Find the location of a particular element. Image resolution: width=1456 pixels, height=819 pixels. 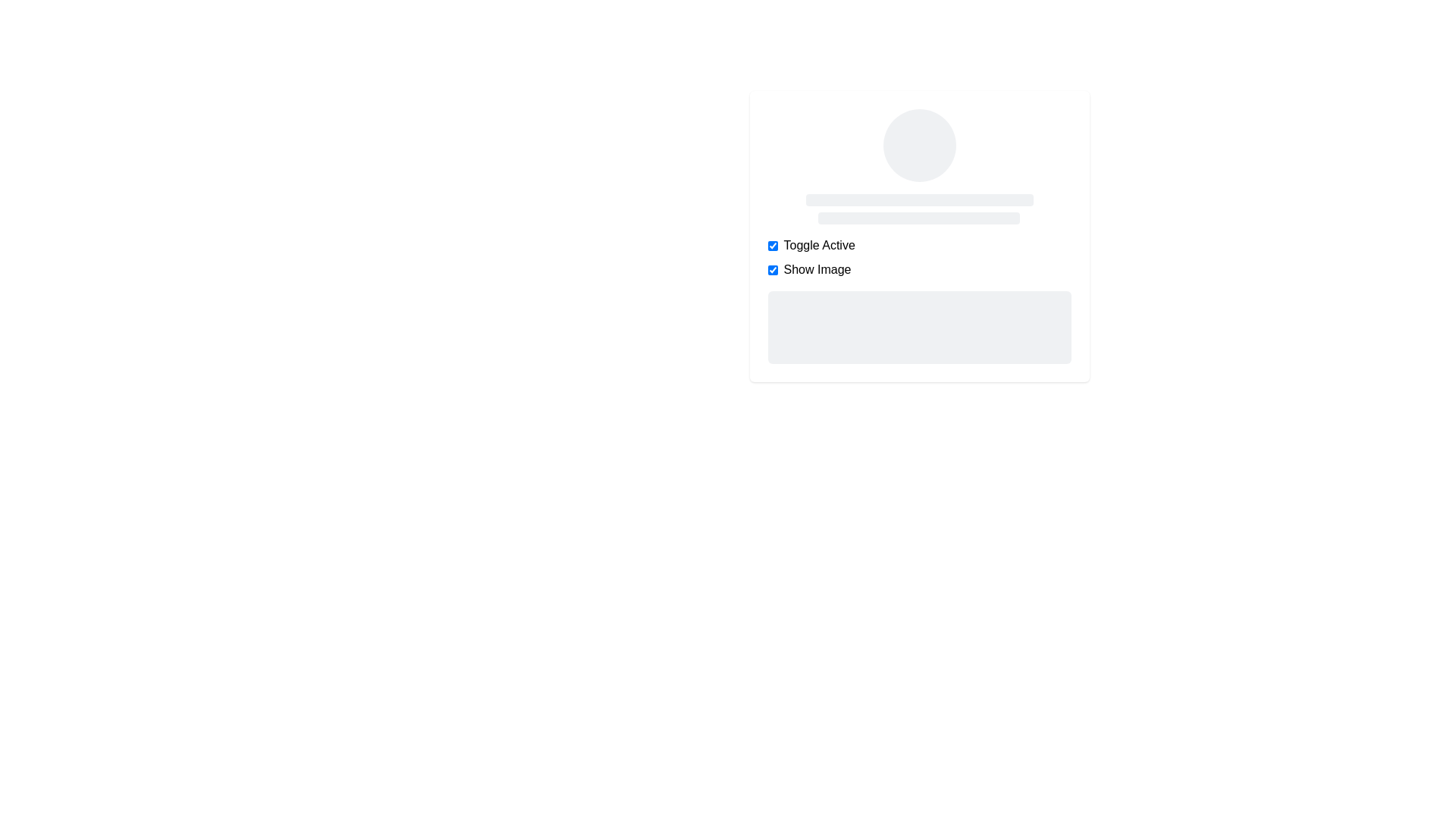

the descriptive label associated with the 'Toggle Active' checkbox, located at the top right of the form is located at coordinates (818, 245).